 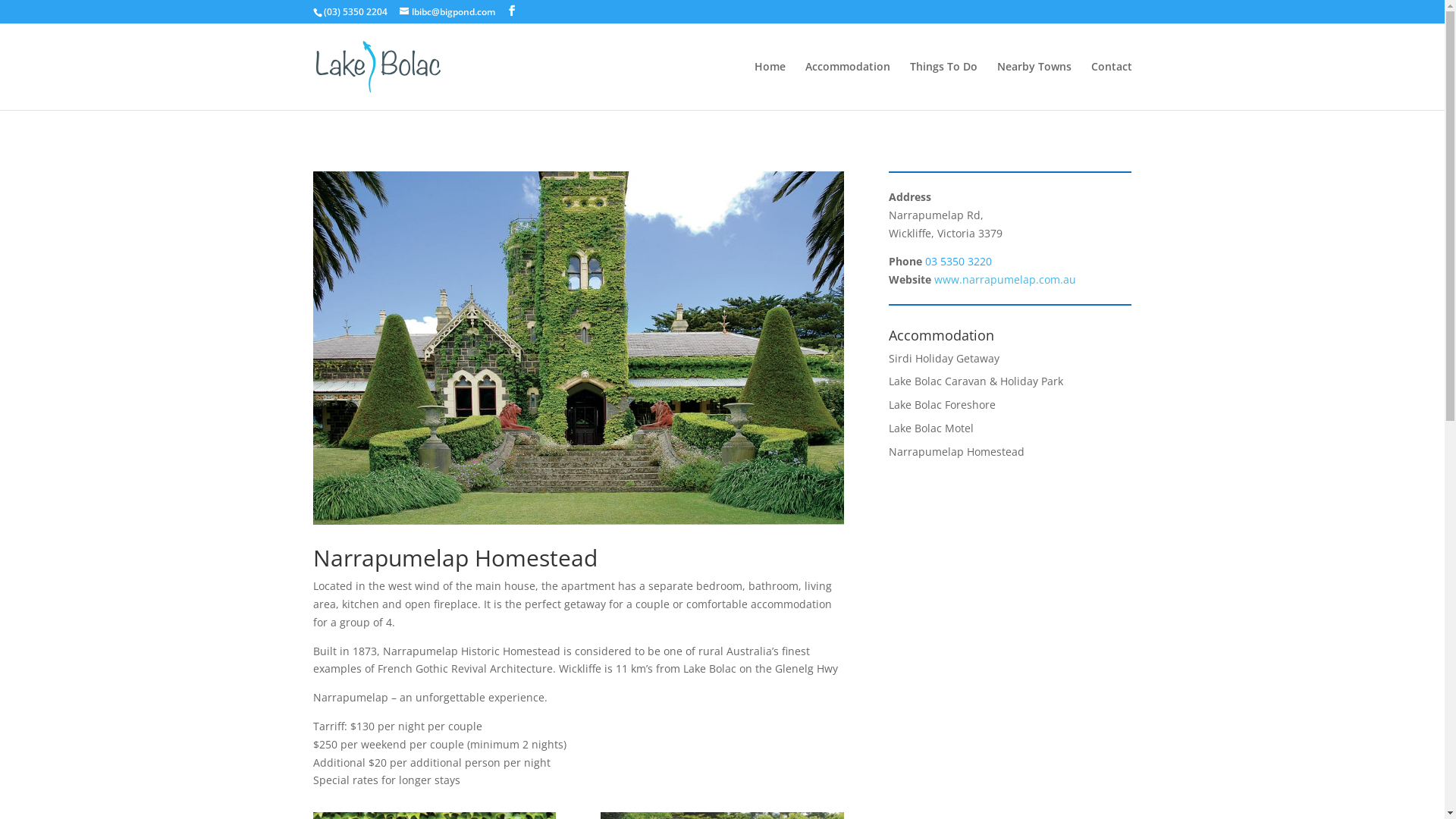 What do you see at coordinates (888, 358) in the screenshot?
I see `'Sirdi Holiday Getaway'` at bounding box center [888, 358].